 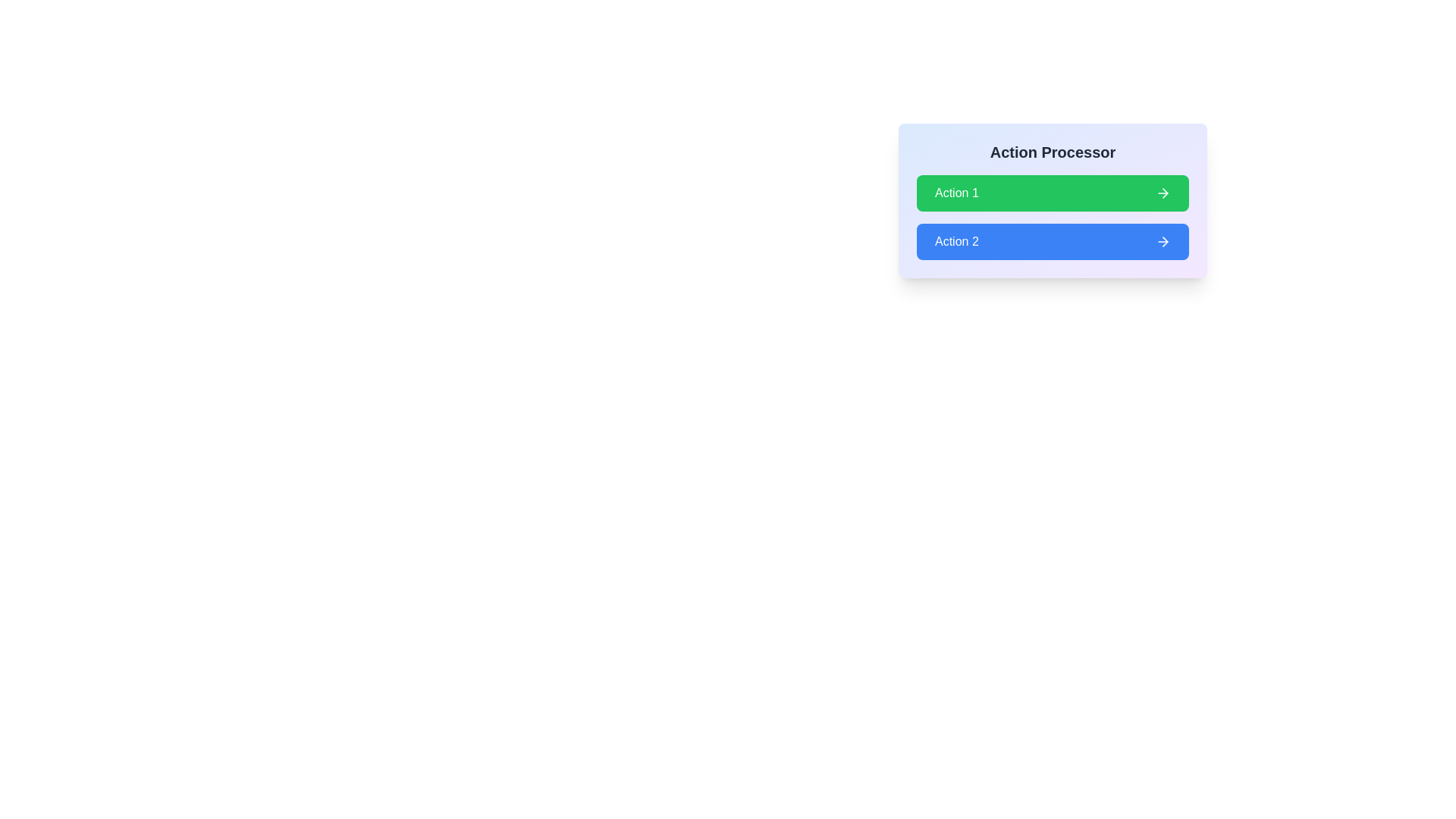 What do you see at coordinates (1052, 241) in the screenshot?
I see `the rectangular blue button labeled 'Action 2'` at bounding box center [1052, 241].